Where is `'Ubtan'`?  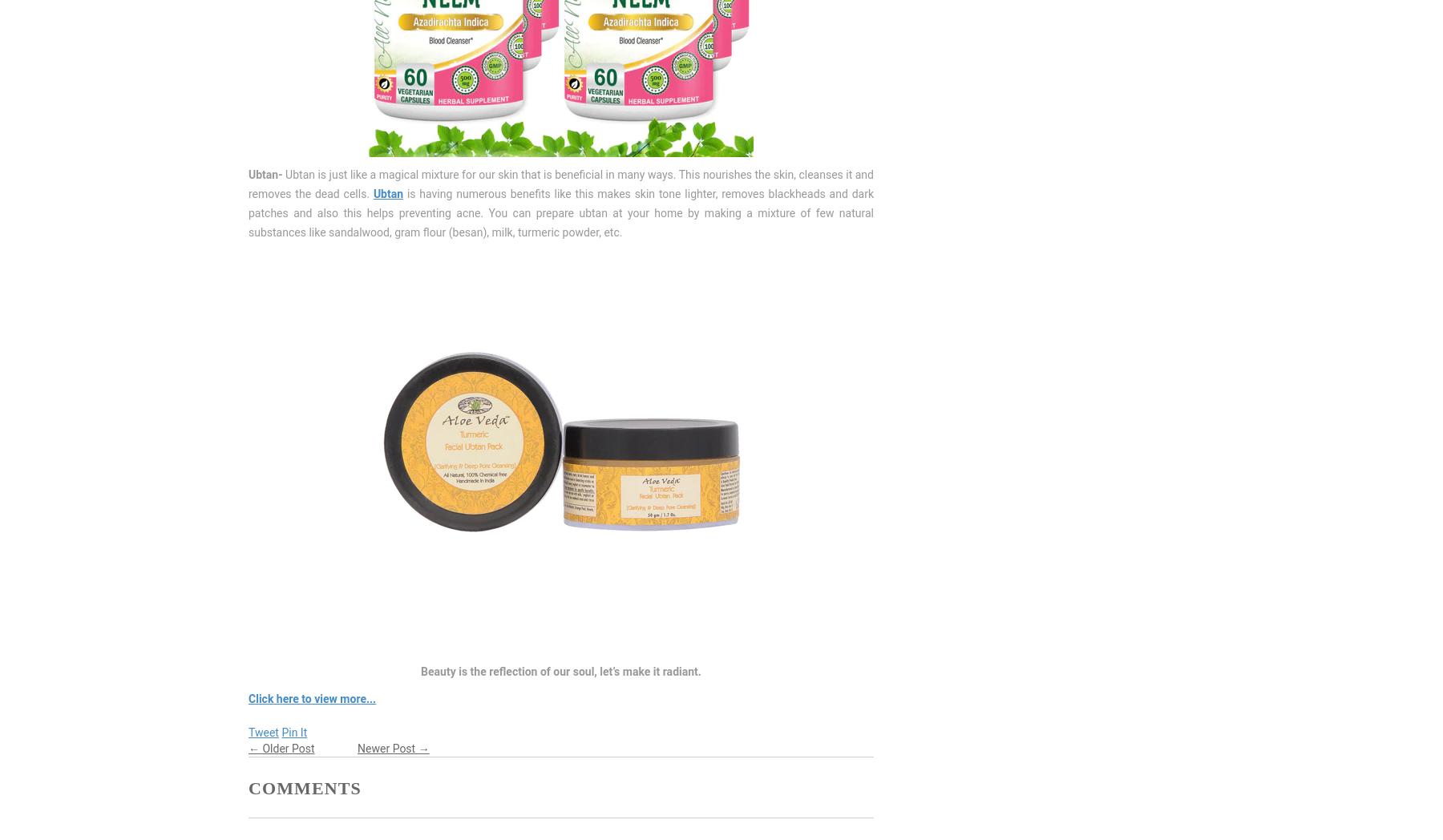 'Ubtan' is located at coordinates (371, 193).